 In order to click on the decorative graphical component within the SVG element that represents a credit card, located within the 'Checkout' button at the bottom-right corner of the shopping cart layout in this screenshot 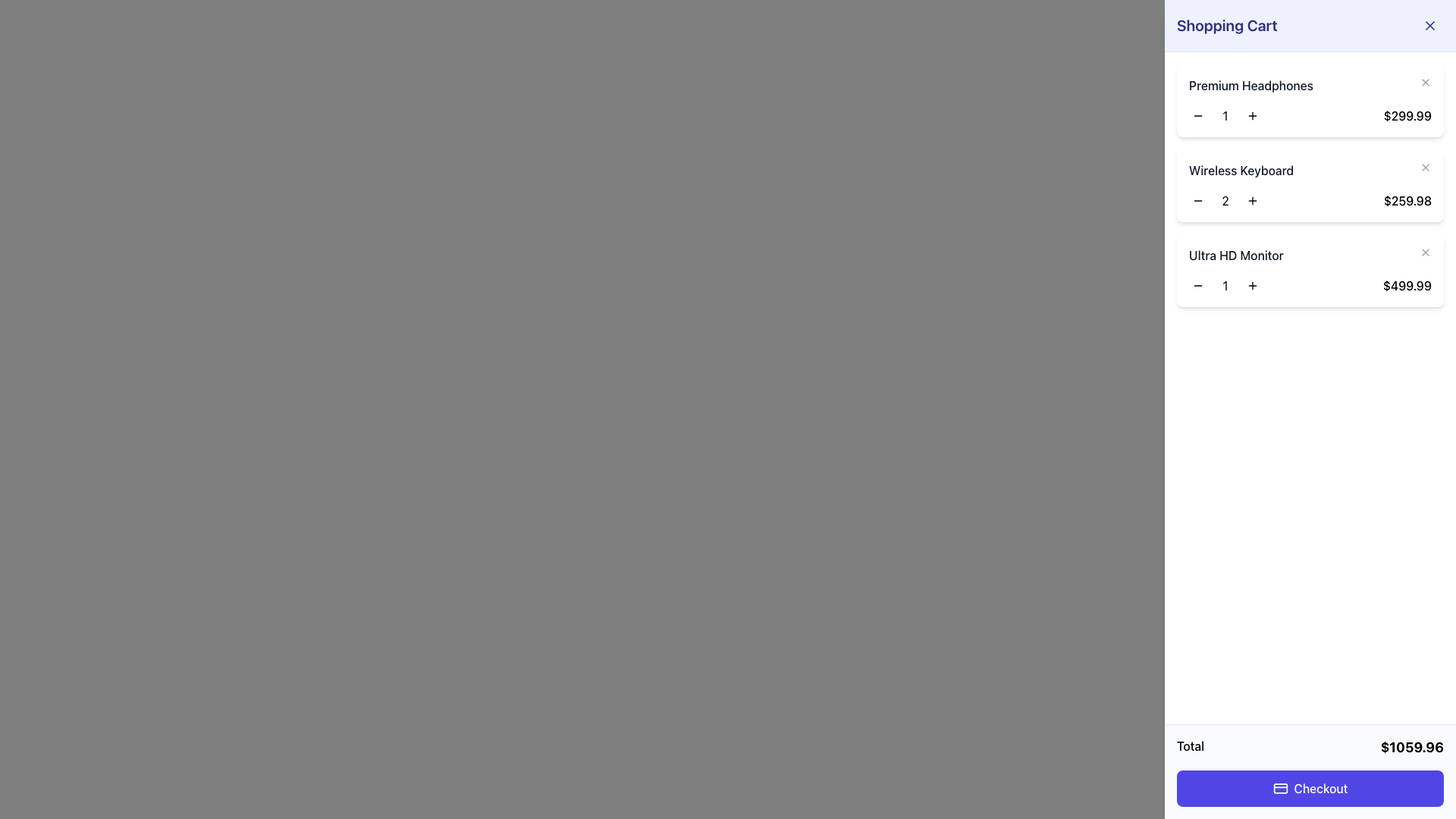, I will do `click(1279, 788)`.